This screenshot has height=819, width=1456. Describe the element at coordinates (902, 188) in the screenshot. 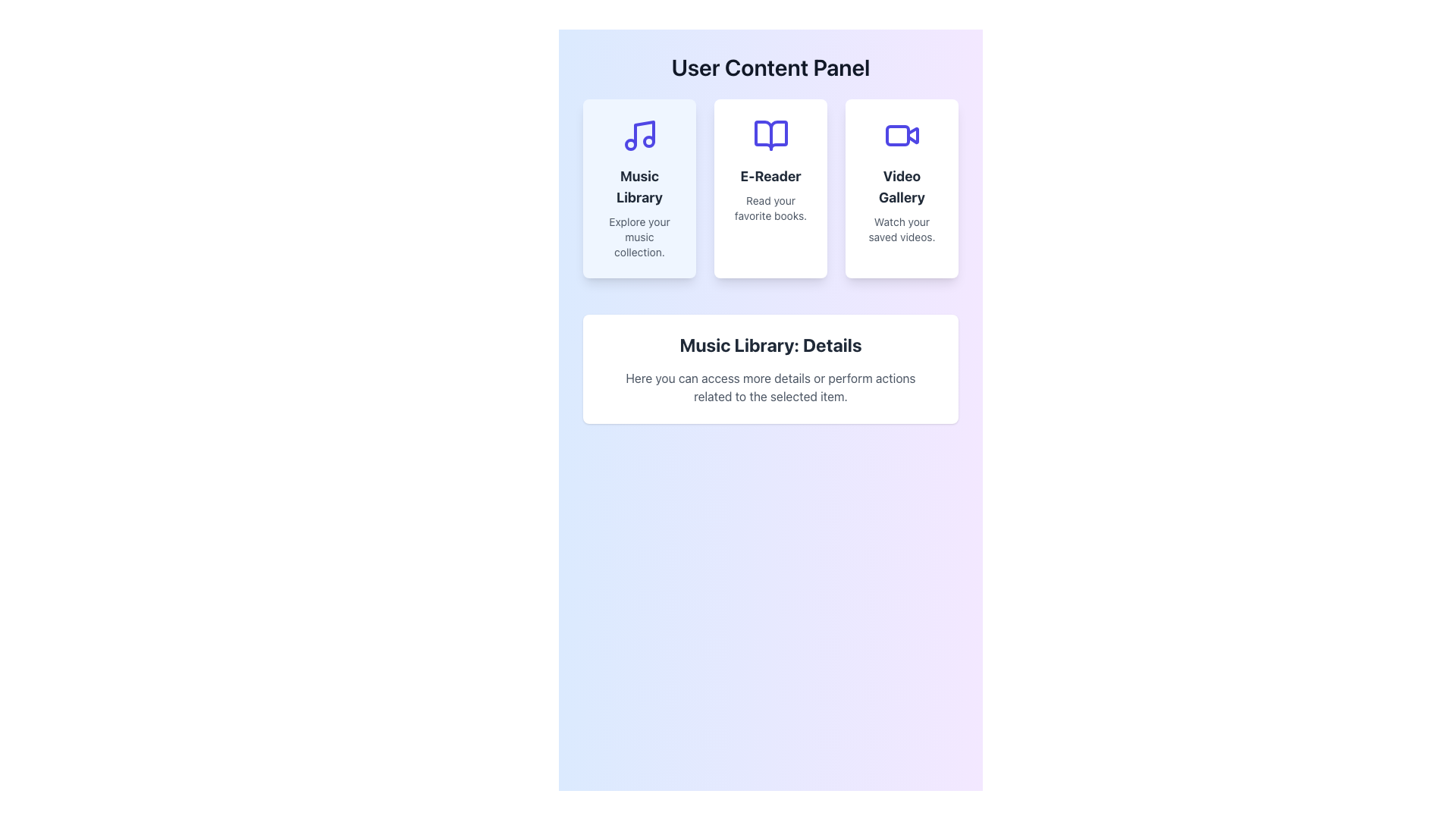

I see `the third card in the grid layout, located to the right of the 'E-Reader' card` at that location.